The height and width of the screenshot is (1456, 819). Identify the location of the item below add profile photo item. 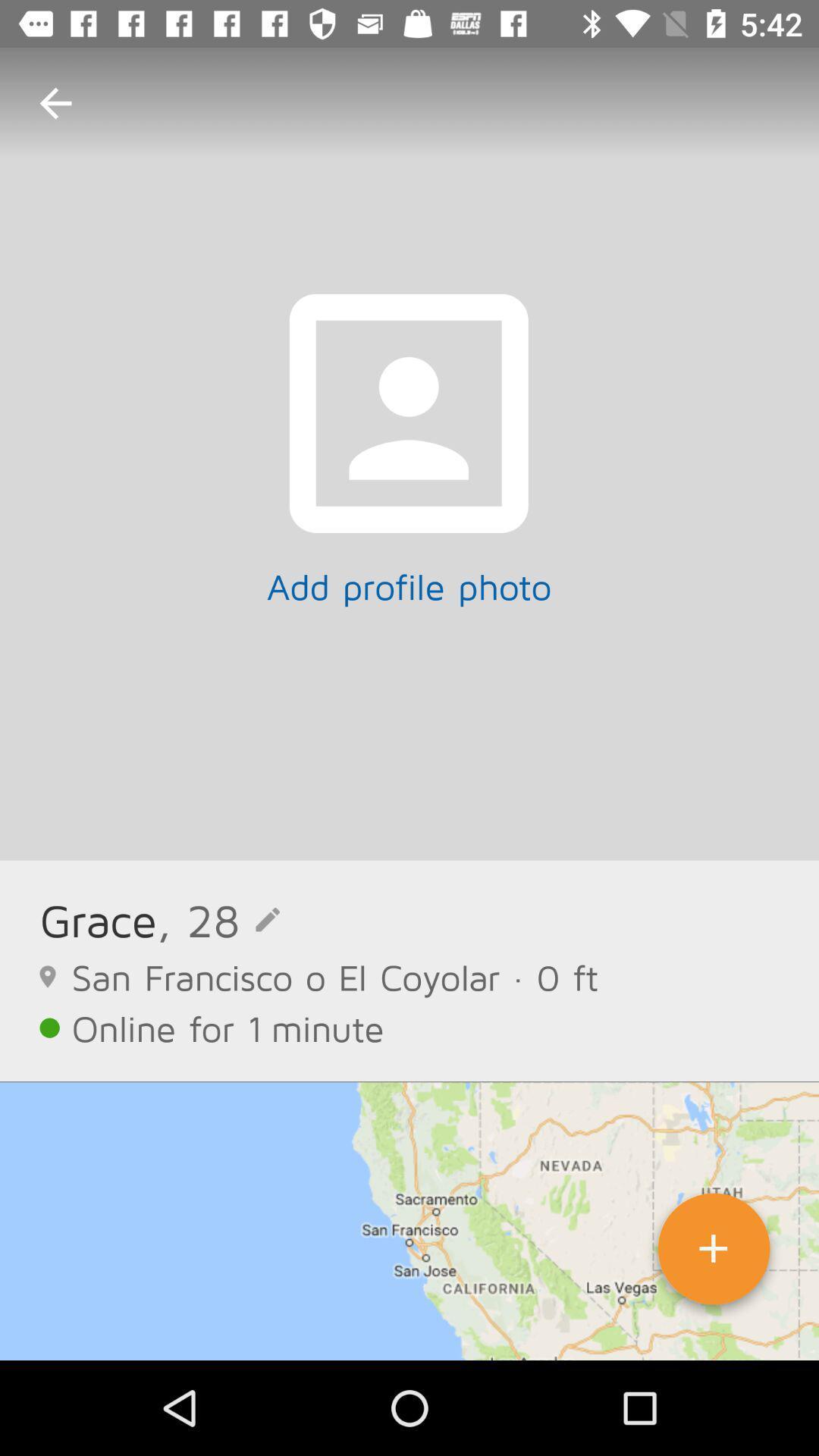
(218, 919).